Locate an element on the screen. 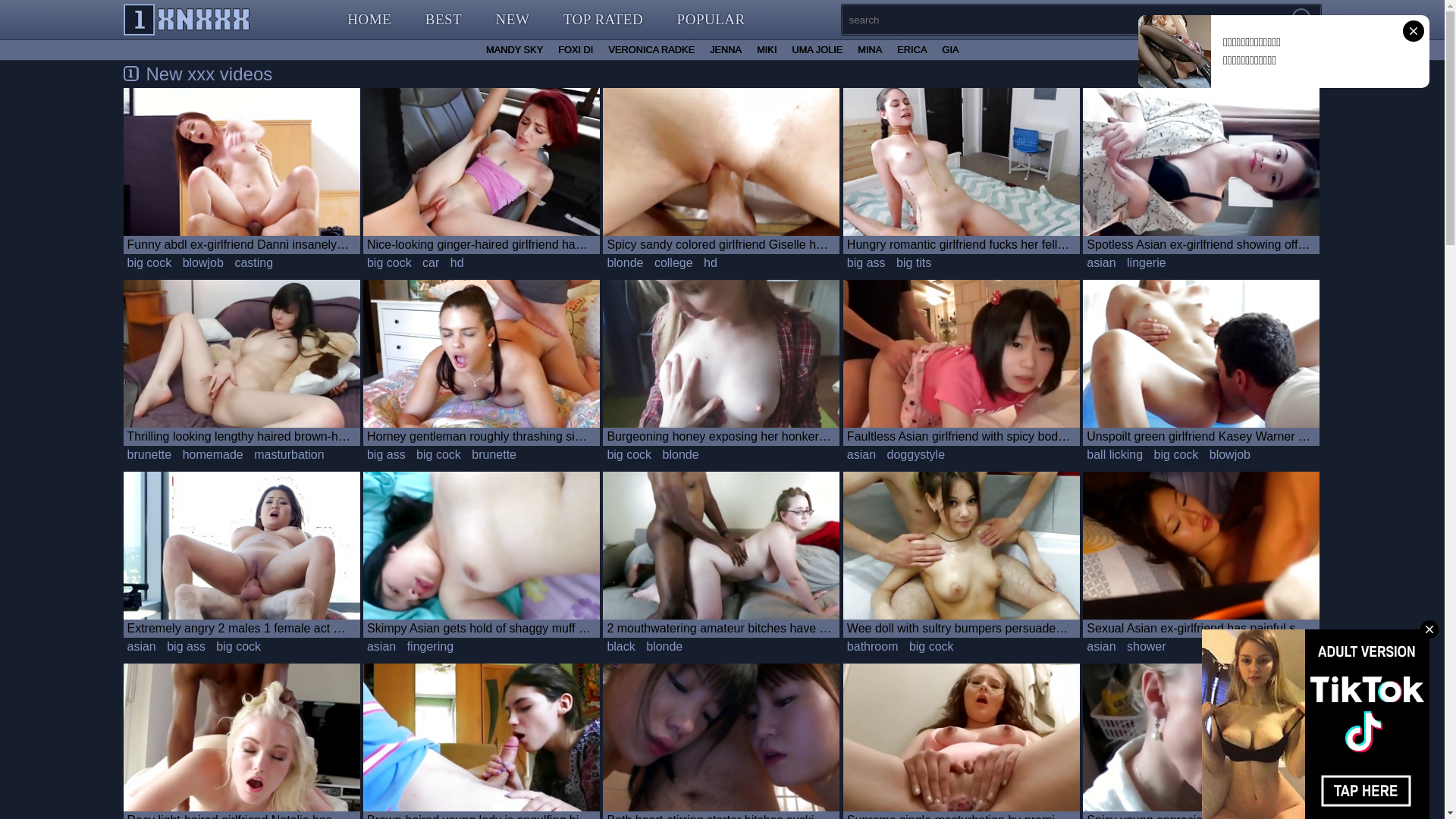 Image resolution: width=1456 pixels, height=819 pixels. 'JENNA' is located at coordinates (701, 49).